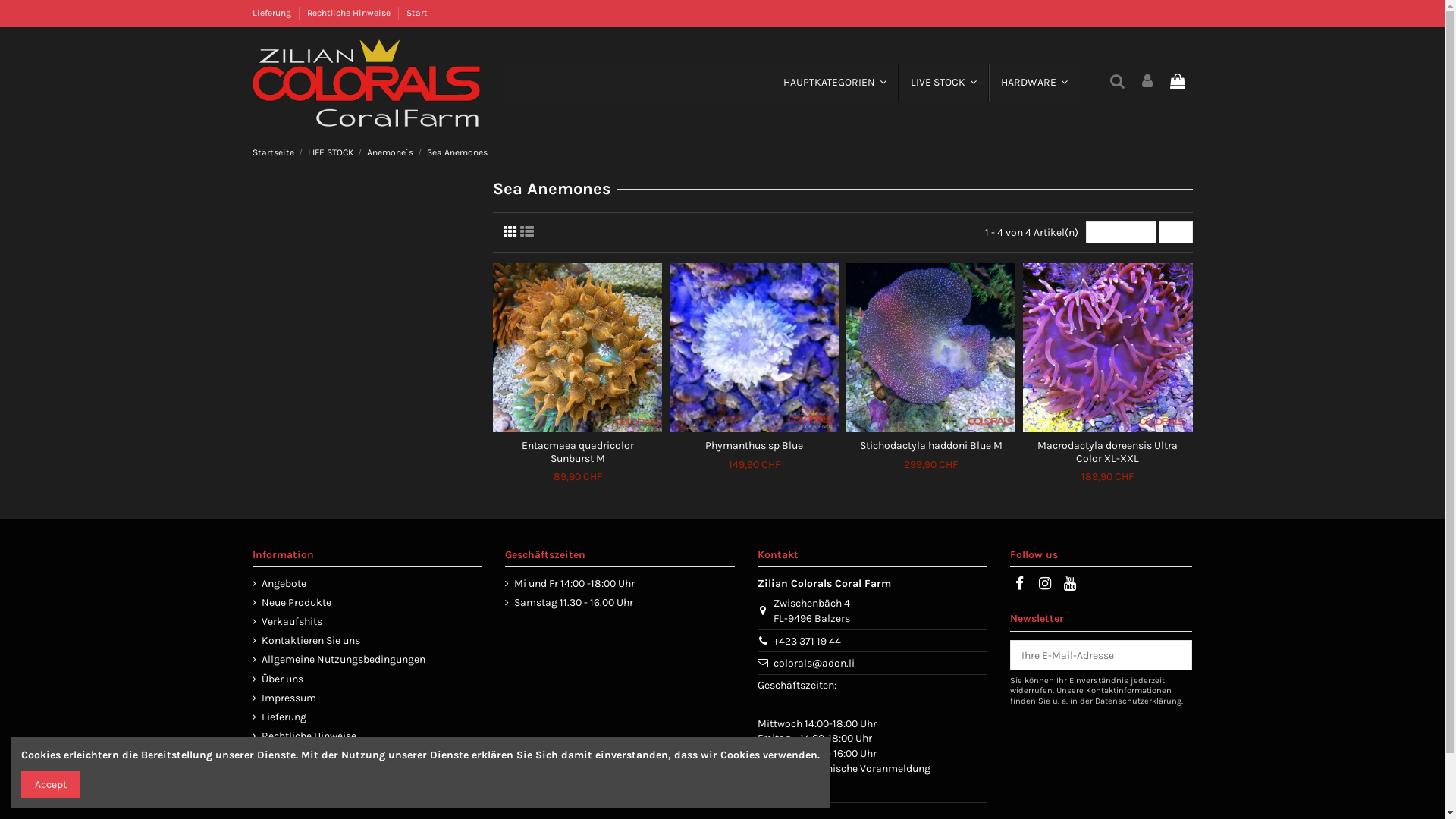  I want to click on 'Accept', so click(50, 784).